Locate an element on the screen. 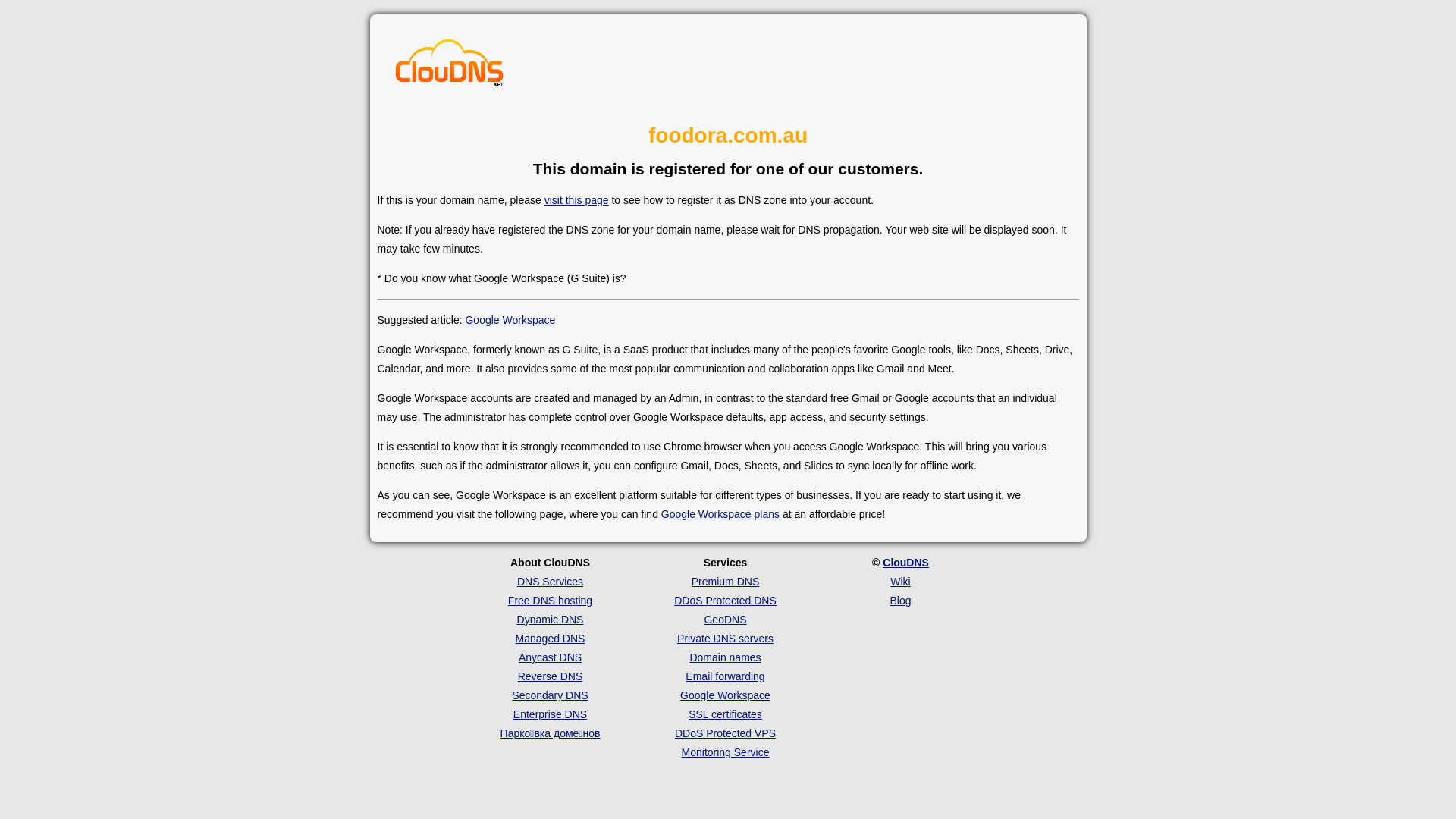 This screenshot has width=1456, height=819. 'Free DNS hosting' is located at coordinates (508, 599).